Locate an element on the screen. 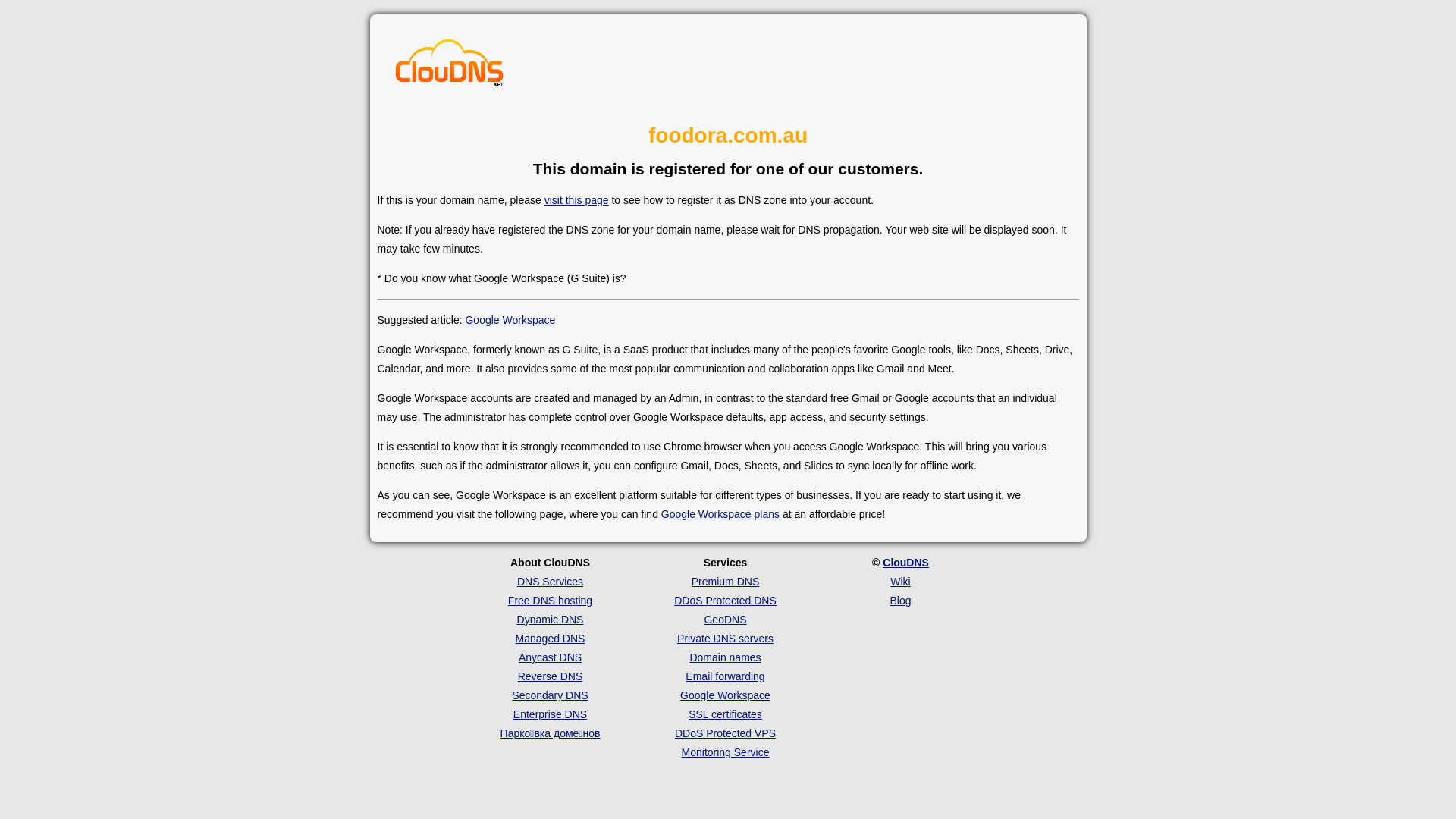 This screenshot has width=1456, height=819. 'Free DNS hosting' is located at coordinates (508, 599).